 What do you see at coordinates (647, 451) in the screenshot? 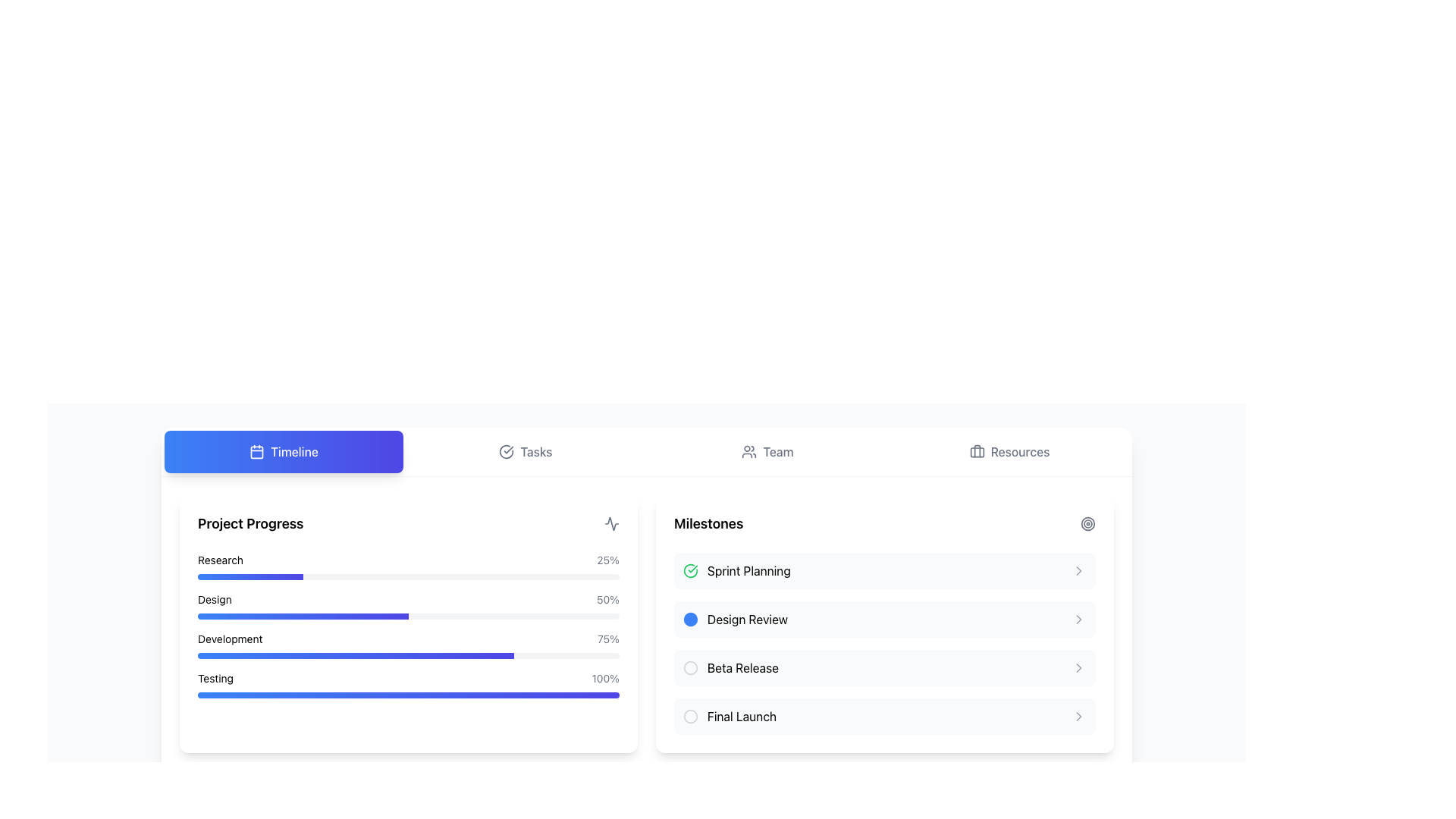
I see `the Tabbed navigation menu` at bounding box center [647, 451].